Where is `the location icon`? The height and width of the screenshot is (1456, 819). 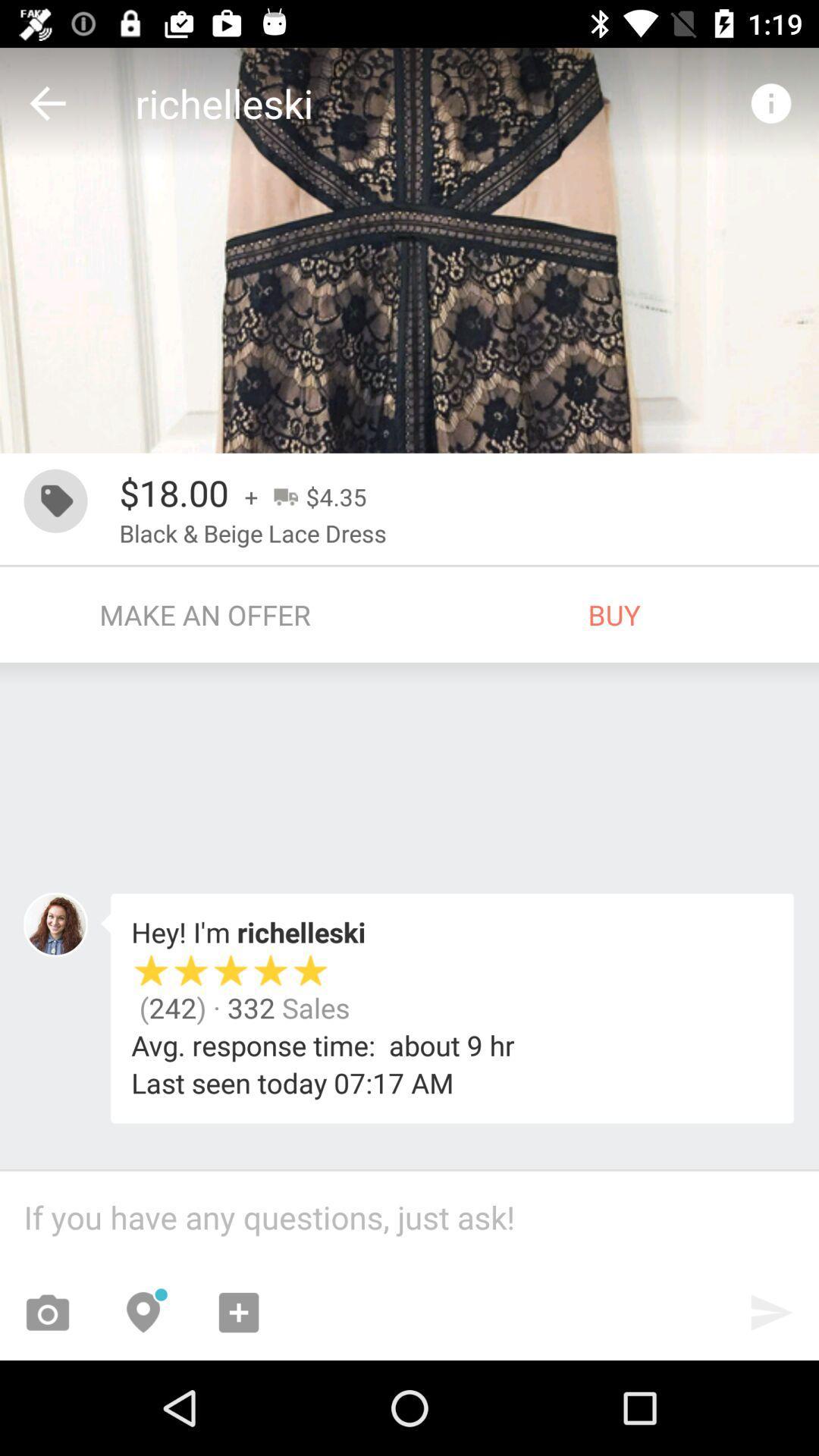 the location icon is located at coordinates (143, 1312).